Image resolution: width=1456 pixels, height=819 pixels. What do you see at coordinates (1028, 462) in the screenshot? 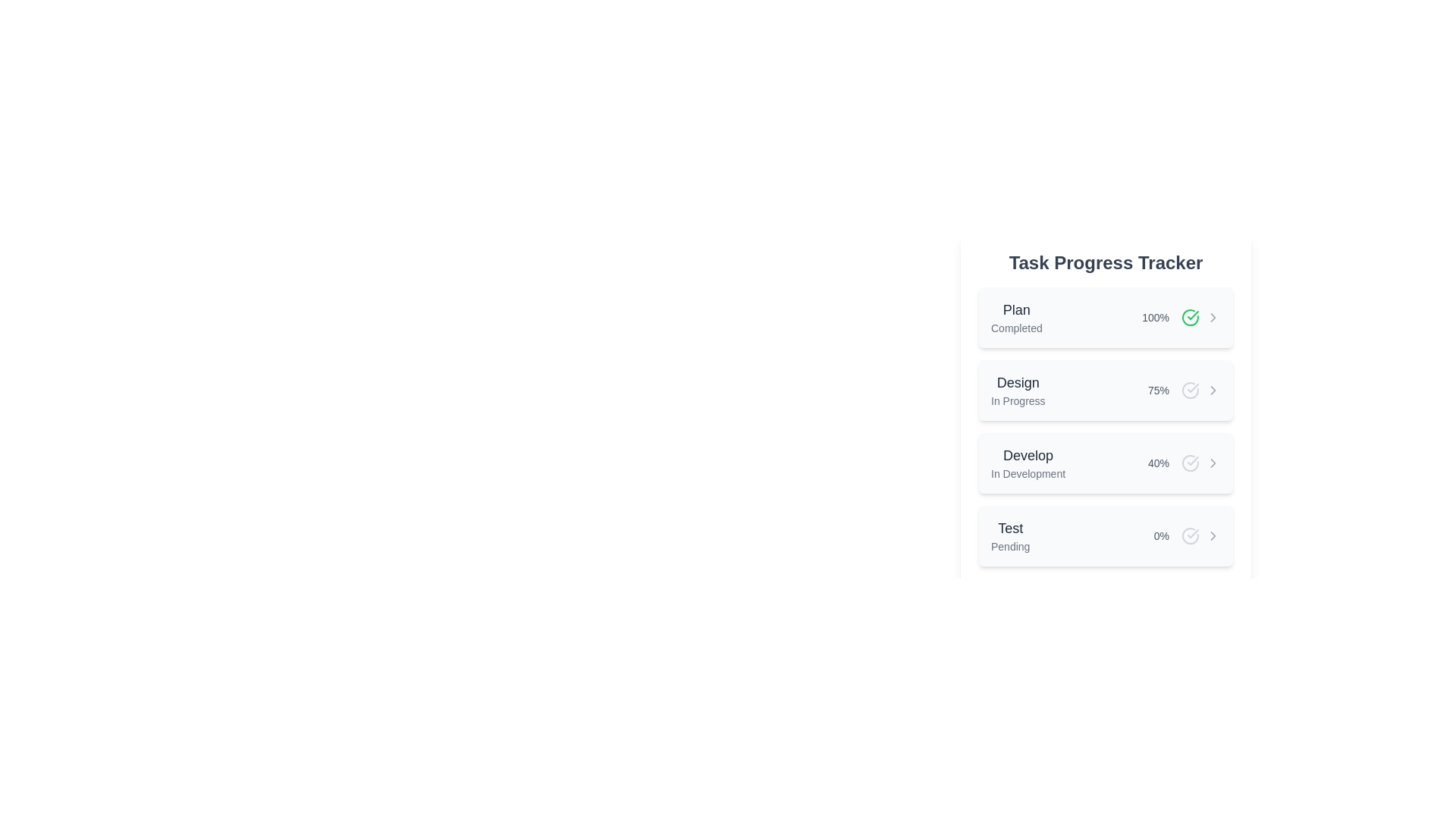
I see `text label indicating the task's current state and category located in the third row of the vertical list of cards under 'Task Progress Tracker'` at bounding box center [1028, 462].